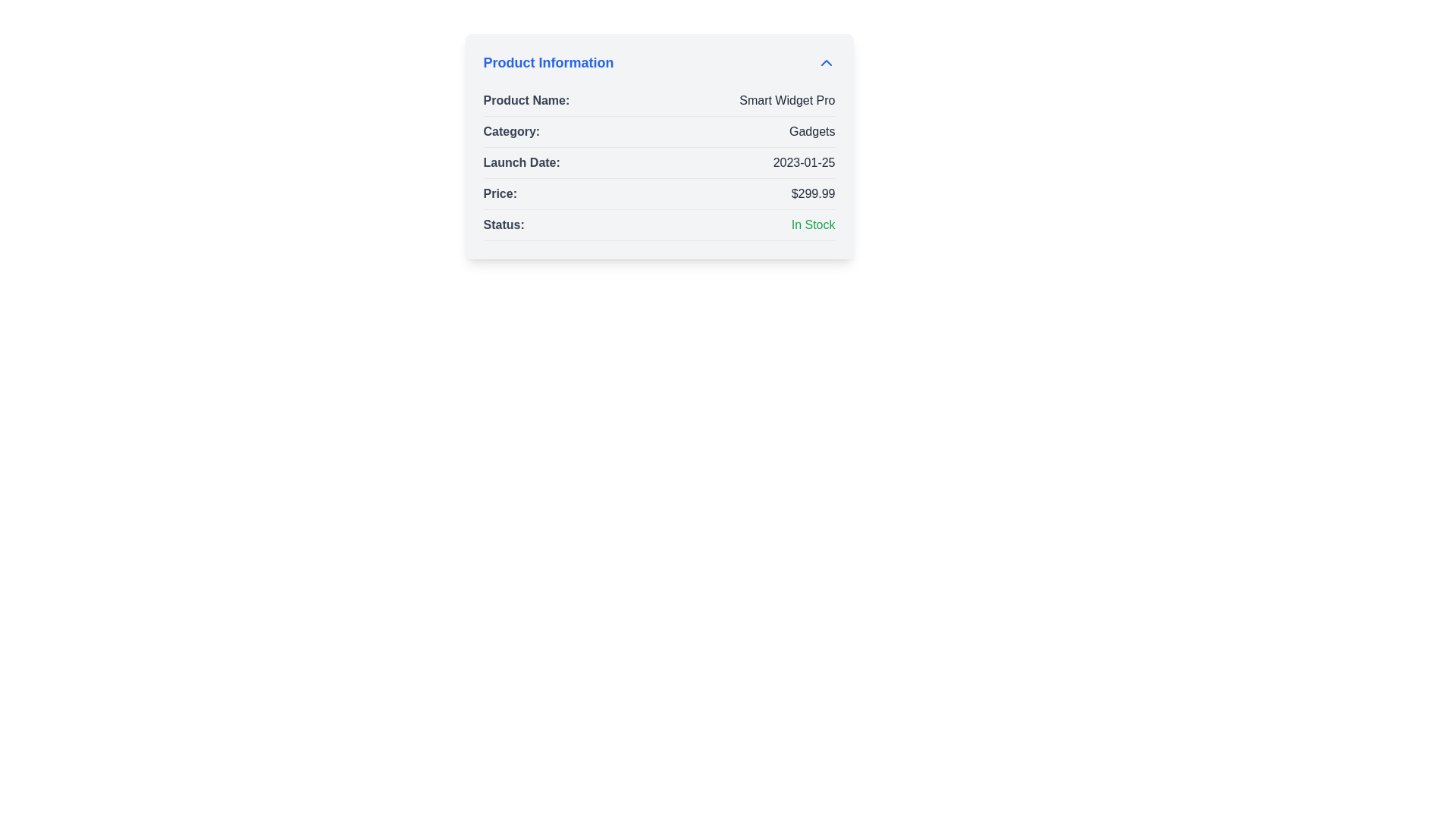 The image size is (1456, 819). I want to click on the upward-pointing chevron-shaped arrow icon with a blue outline and white fill, located in the header of the 'Product Information' section, so click(825, 62).